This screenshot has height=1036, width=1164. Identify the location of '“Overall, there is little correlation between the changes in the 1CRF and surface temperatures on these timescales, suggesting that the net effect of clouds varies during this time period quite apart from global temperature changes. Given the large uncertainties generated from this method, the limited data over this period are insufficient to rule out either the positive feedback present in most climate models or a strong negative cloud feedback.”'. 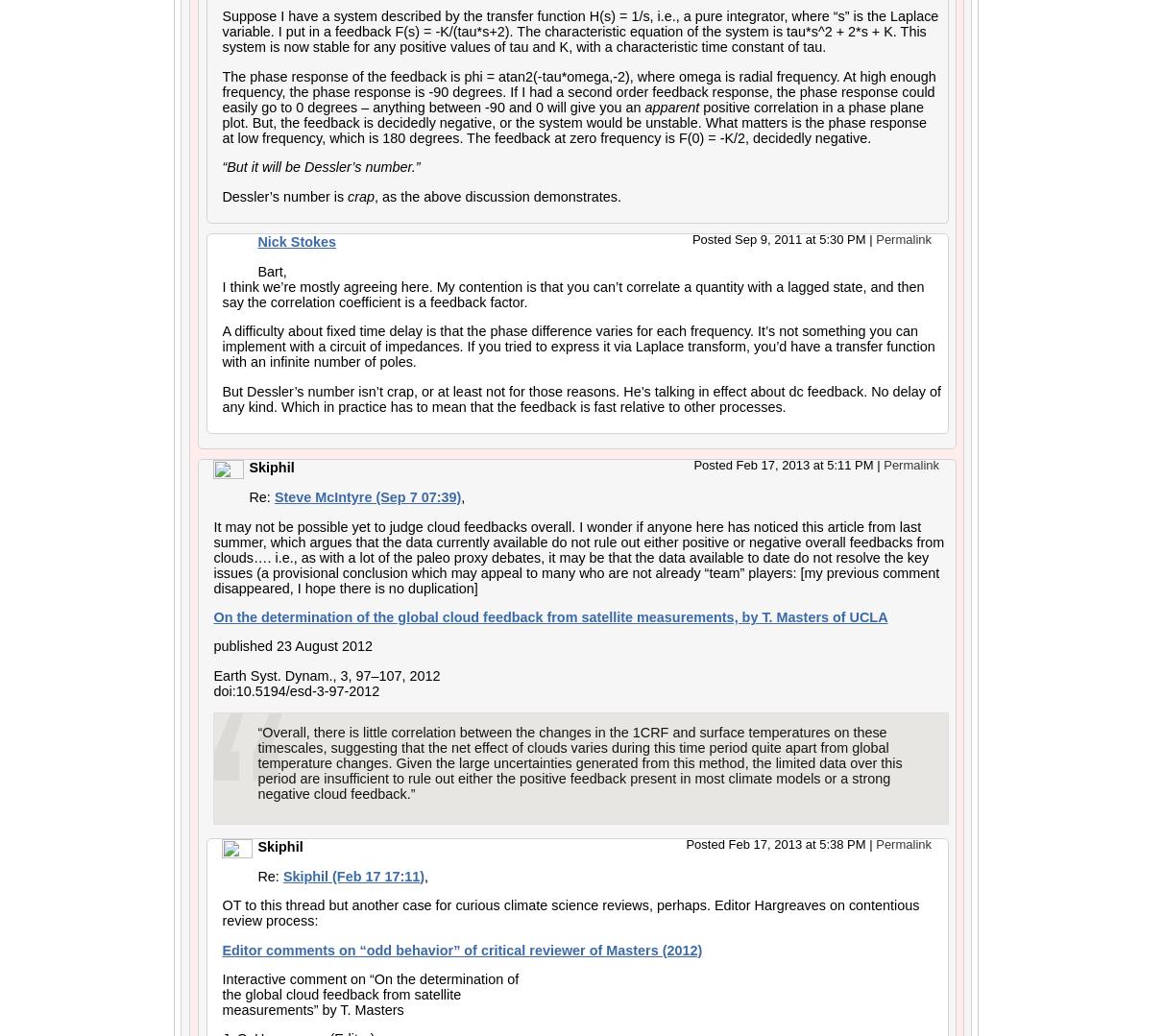
(256, 762).